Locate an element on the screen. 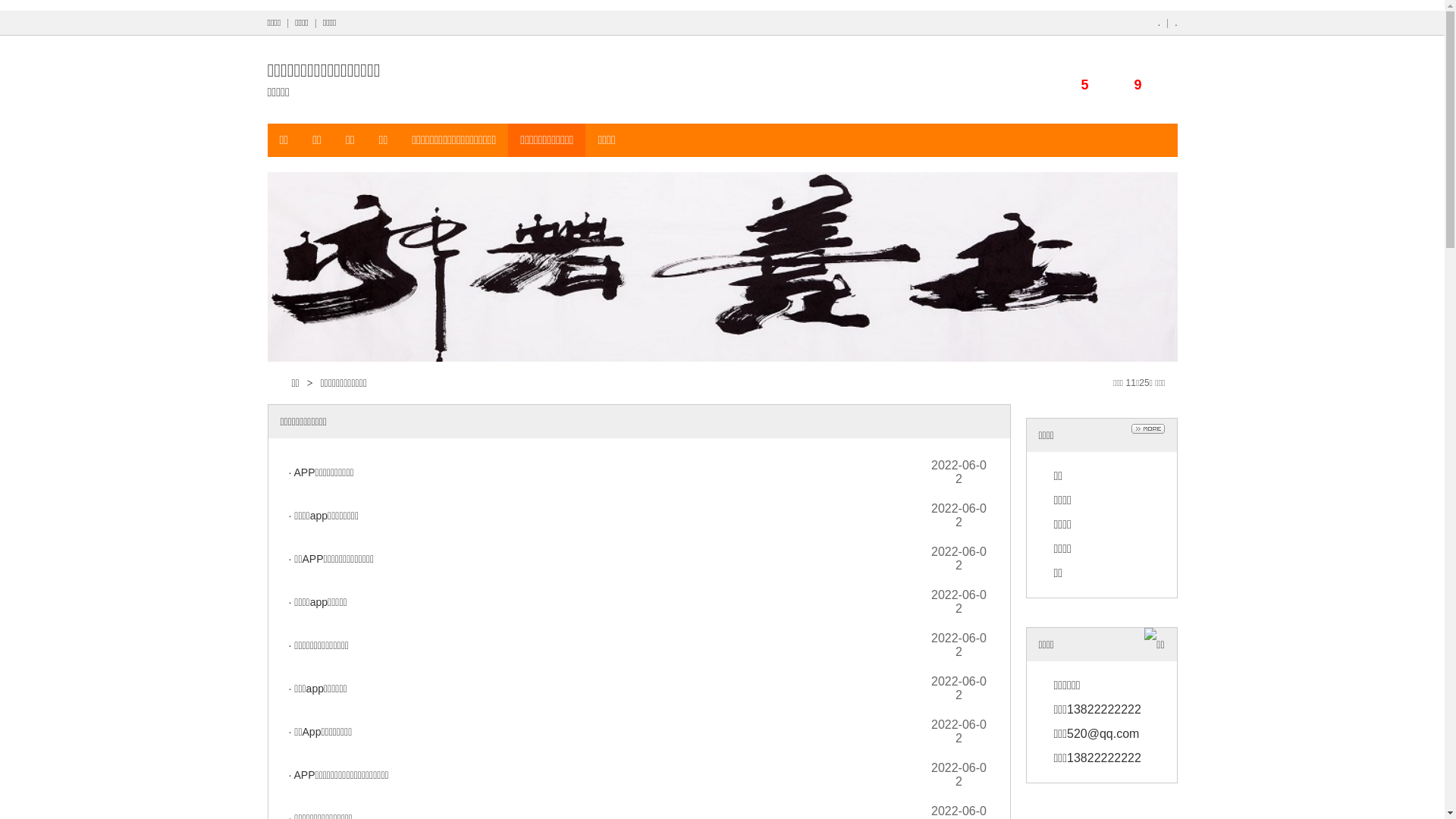  '.' is located at coordinates (1175, 23).